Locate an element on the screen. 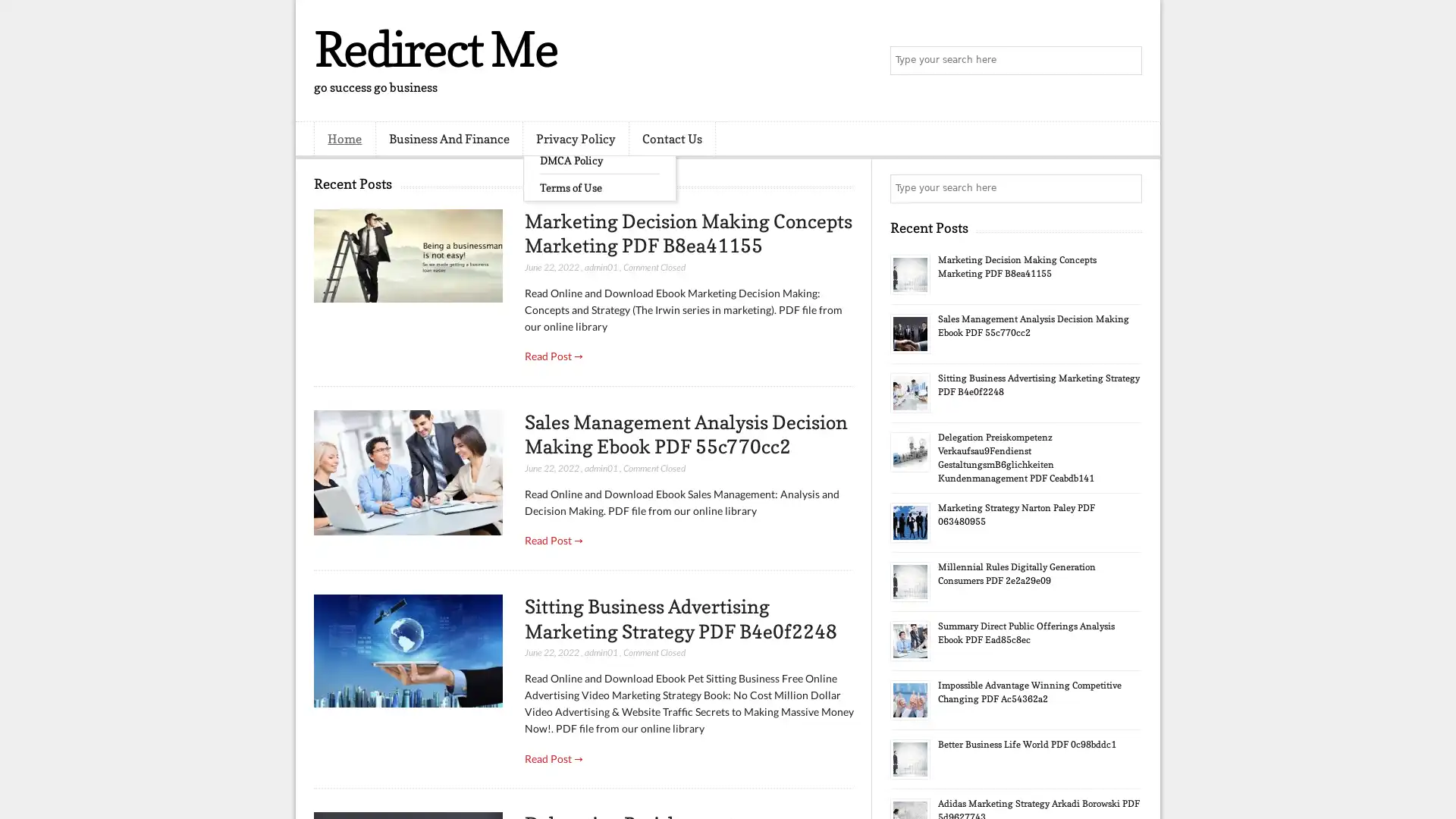 The height and width of the screenshot is (819, 1456). Search is located at coordinates (1126, 188).